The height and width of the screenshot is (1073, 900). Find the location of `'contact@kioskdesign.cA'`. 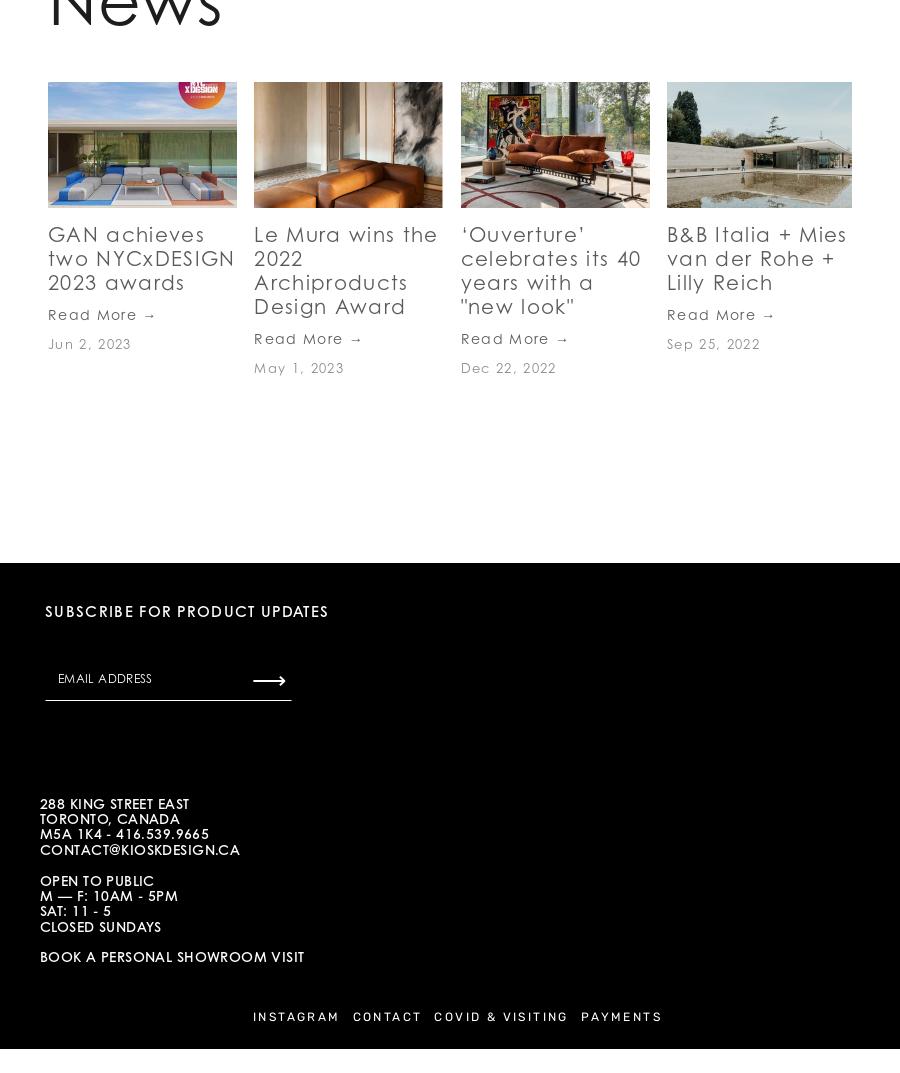

'contact@kioskdesign.cA' is located at coordinates (140, 846).